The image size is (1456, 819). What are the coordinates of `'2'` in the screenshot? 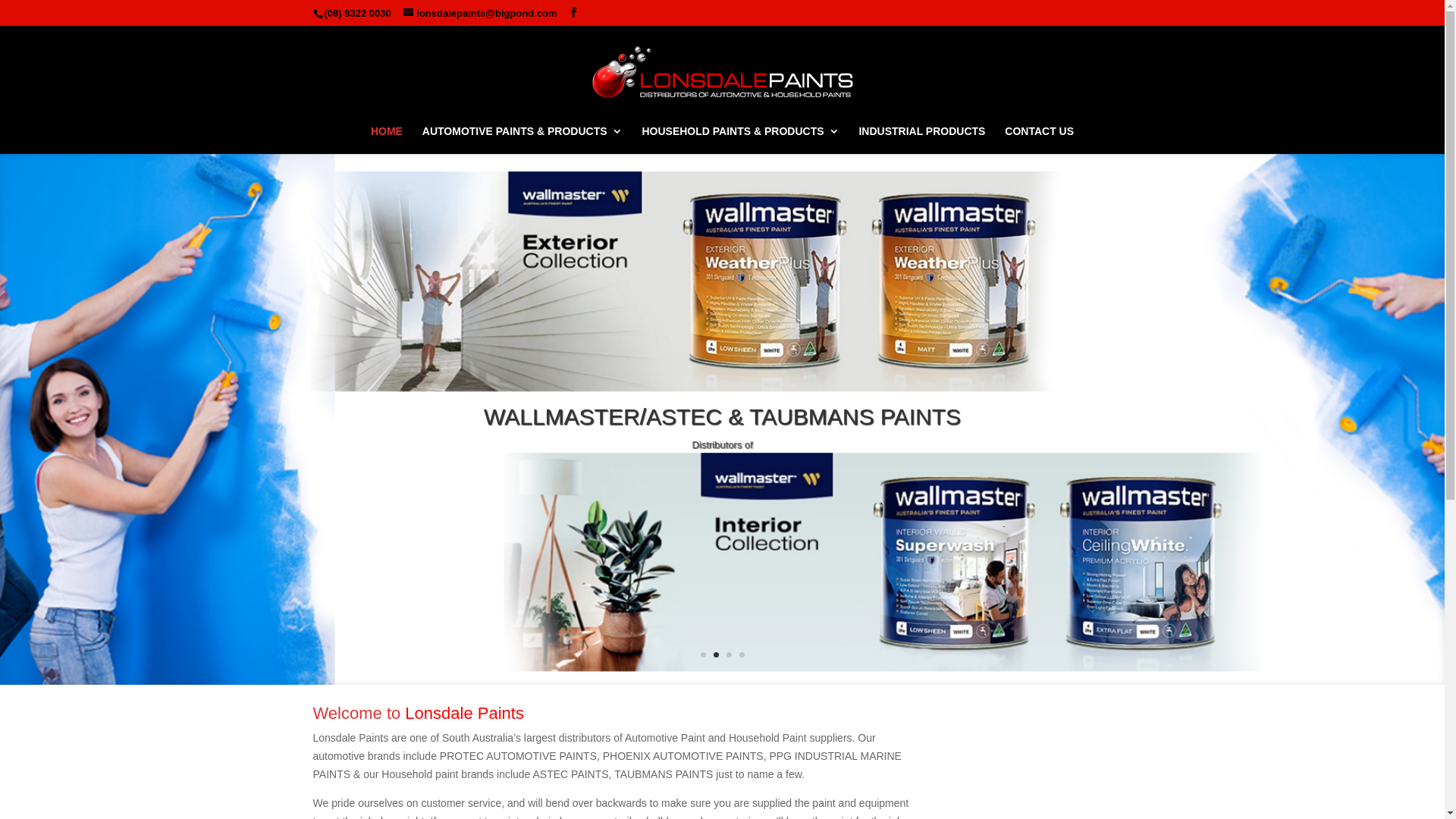 It's located at (714, 654).